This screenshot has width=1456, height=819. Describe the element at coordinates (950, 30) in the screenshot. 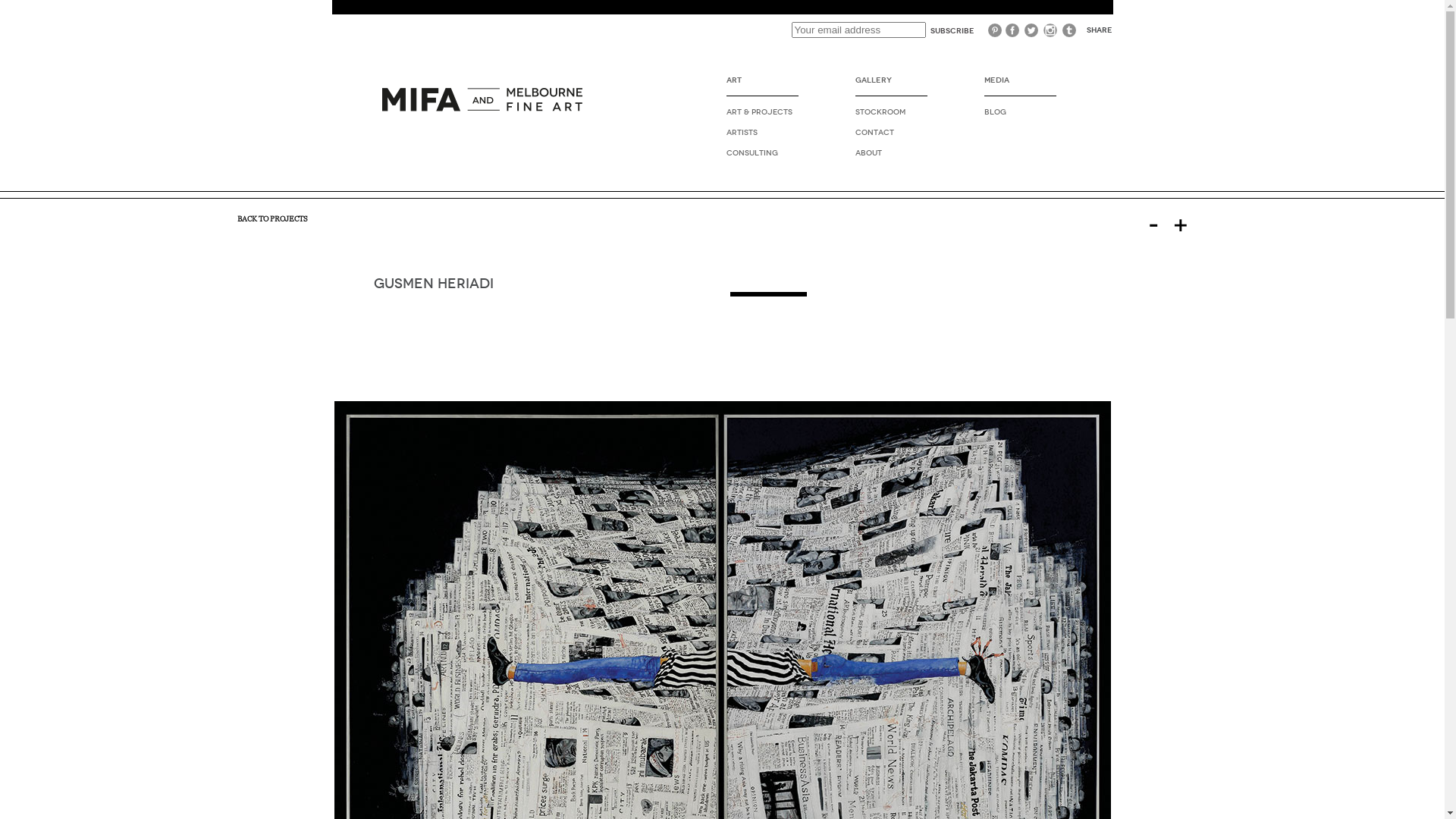

I see `'Subscribe'` at that location.